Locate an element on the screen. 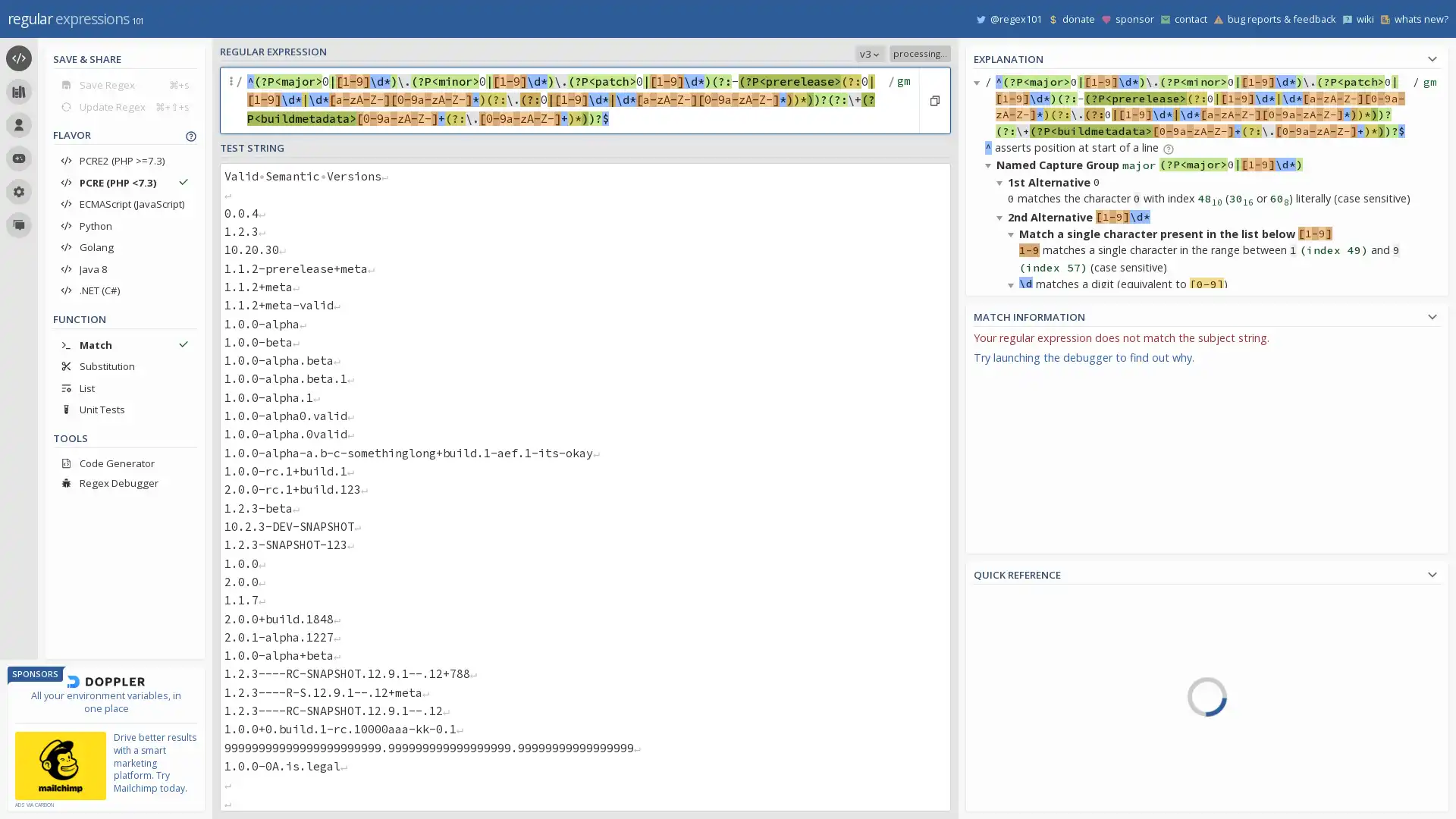 The image size is (1456, 819). Collapse Subtree is located at coordinates (1002, 216).